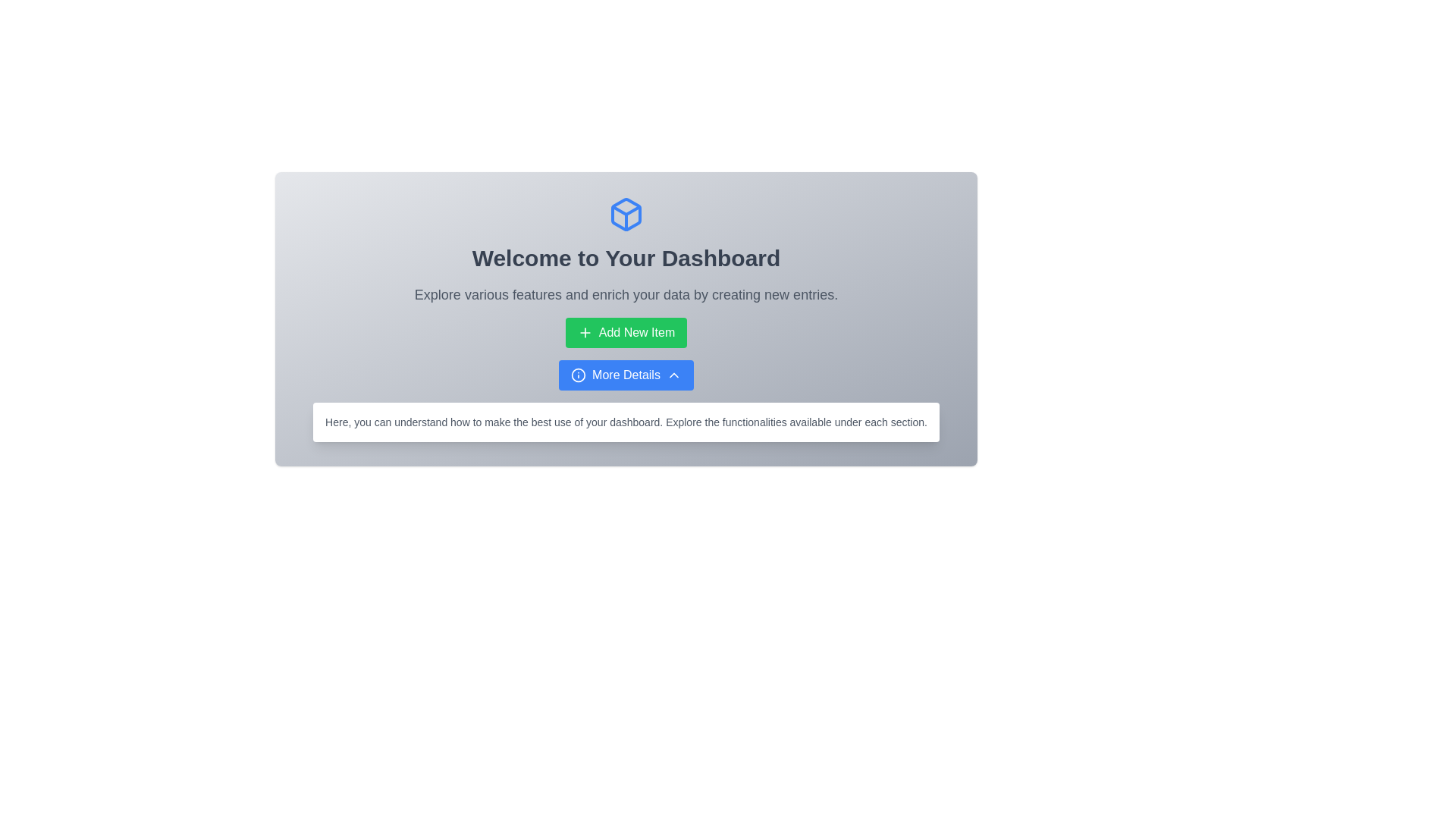 This screenshot has height=819, width=1456. I want to click on the blue 3D box icon located at the top center of the interface above the heading 'Welcome to Your Dashboard', so click(626, 214).